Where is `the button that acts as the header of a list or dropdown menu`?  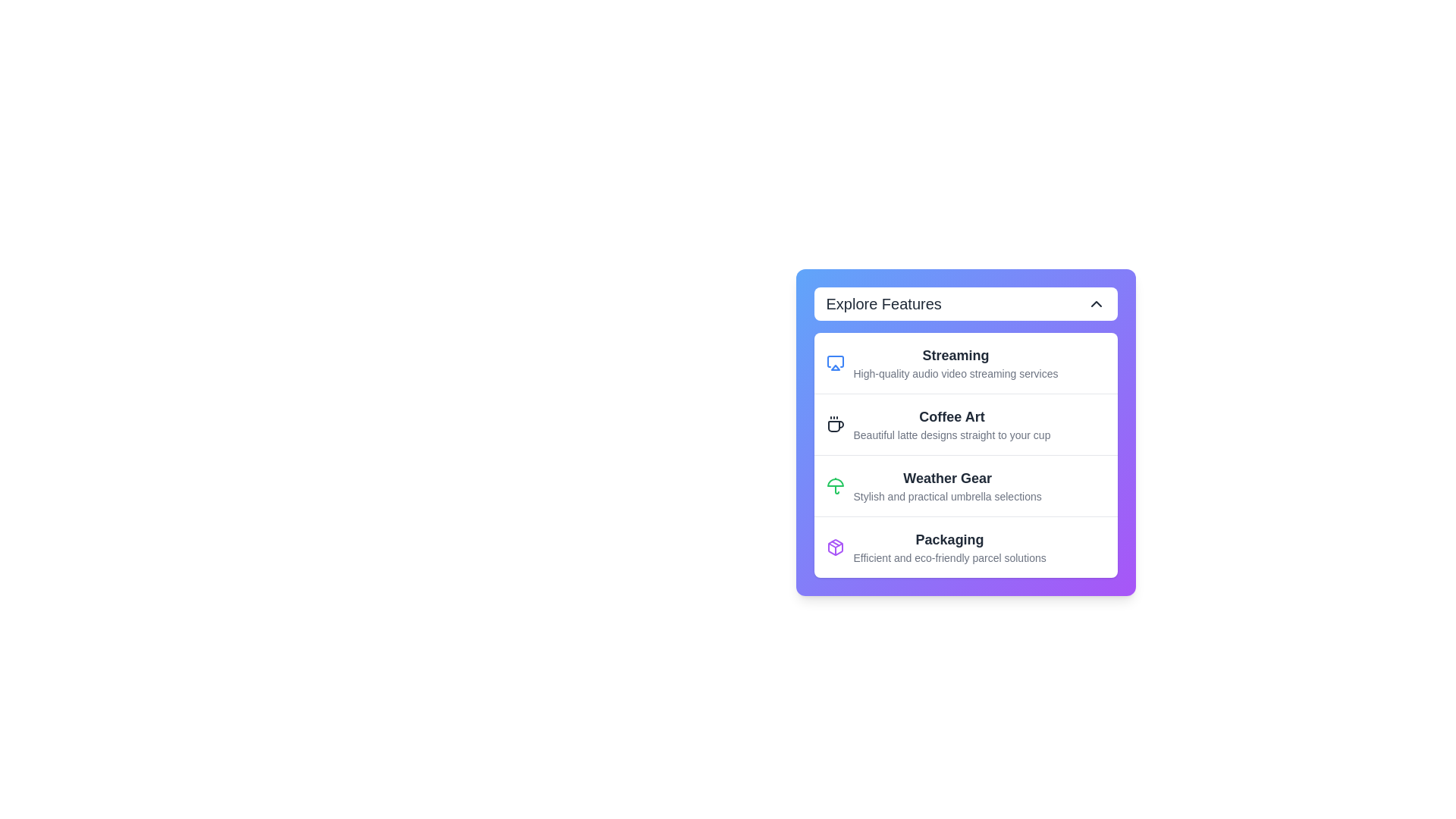
the button that acts as the header of a list or dropdown menu is located at coordinates (965, 304).